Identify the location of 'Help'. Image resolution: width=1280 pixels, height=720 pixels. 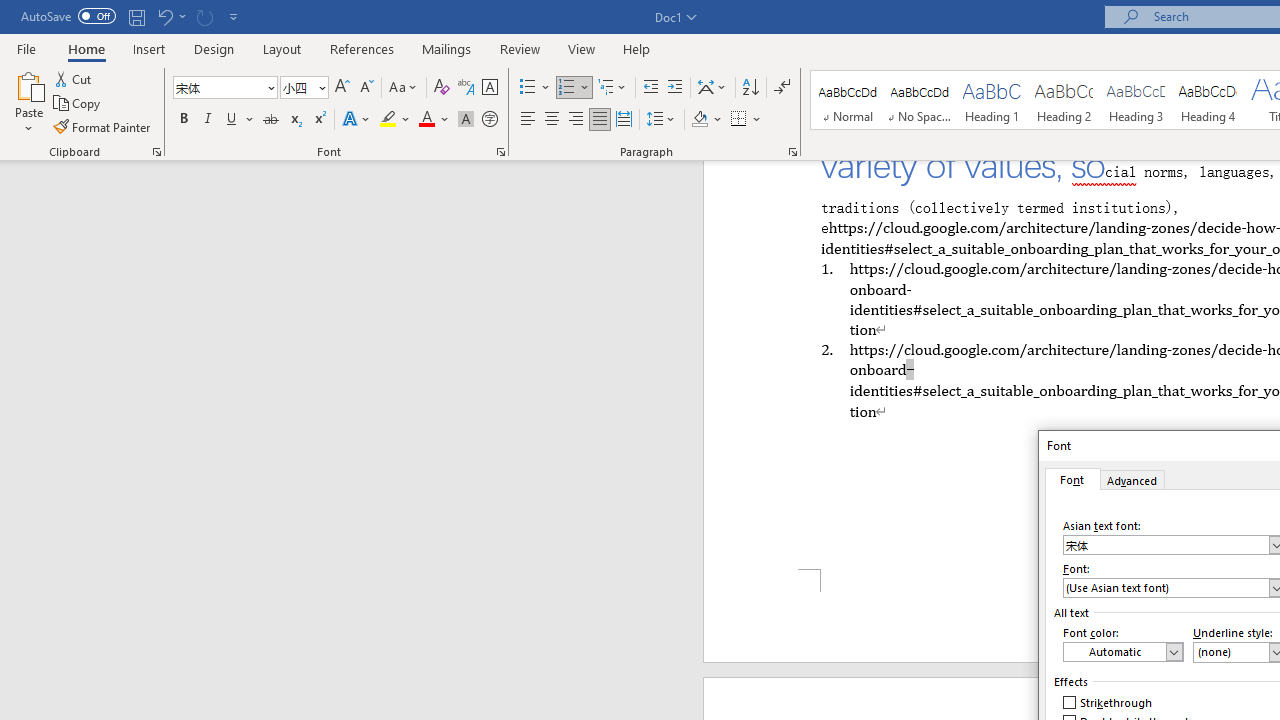
(636, 48).